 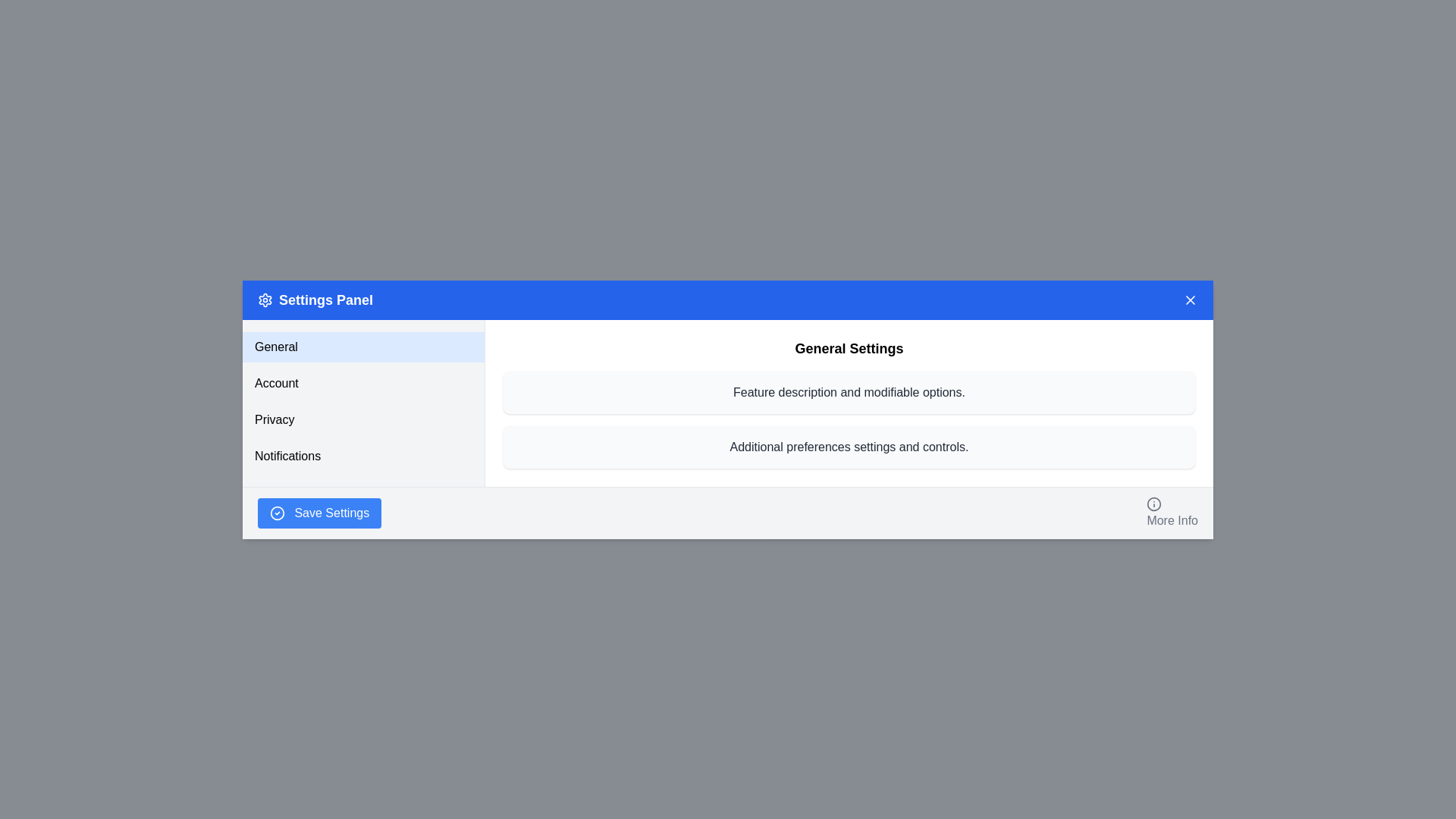 I want to click on the Text label with an embedded icon in the top-left portion of the blue header bar, which indicates the purpose of the settings section, so click(x=315, y=300).